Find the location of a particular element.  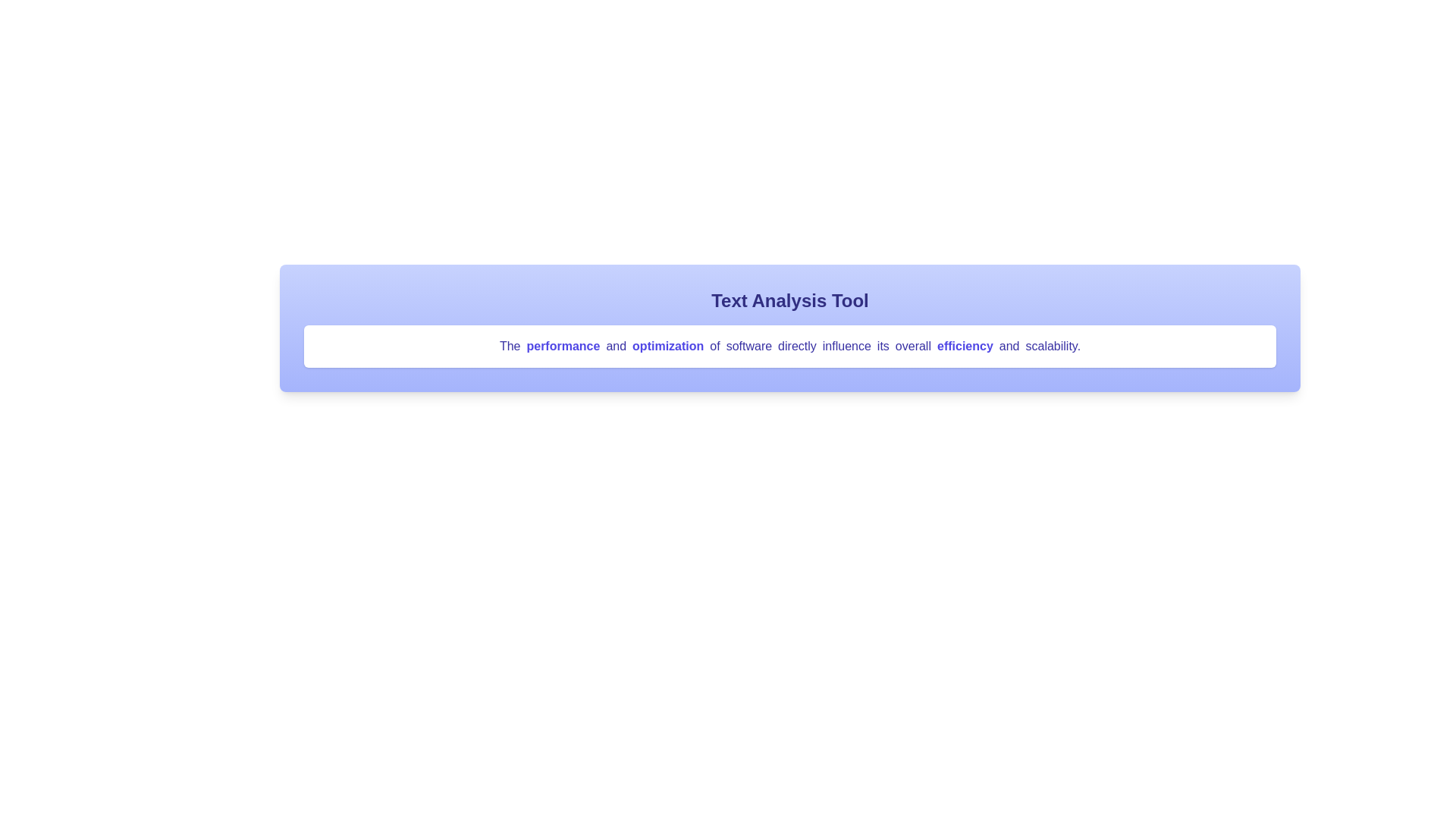

the emphasized text element, which is the second word in the sentence, positioned between 'The' and 'and' in the upper-center part of the interface is located at coordinates (562, 346).